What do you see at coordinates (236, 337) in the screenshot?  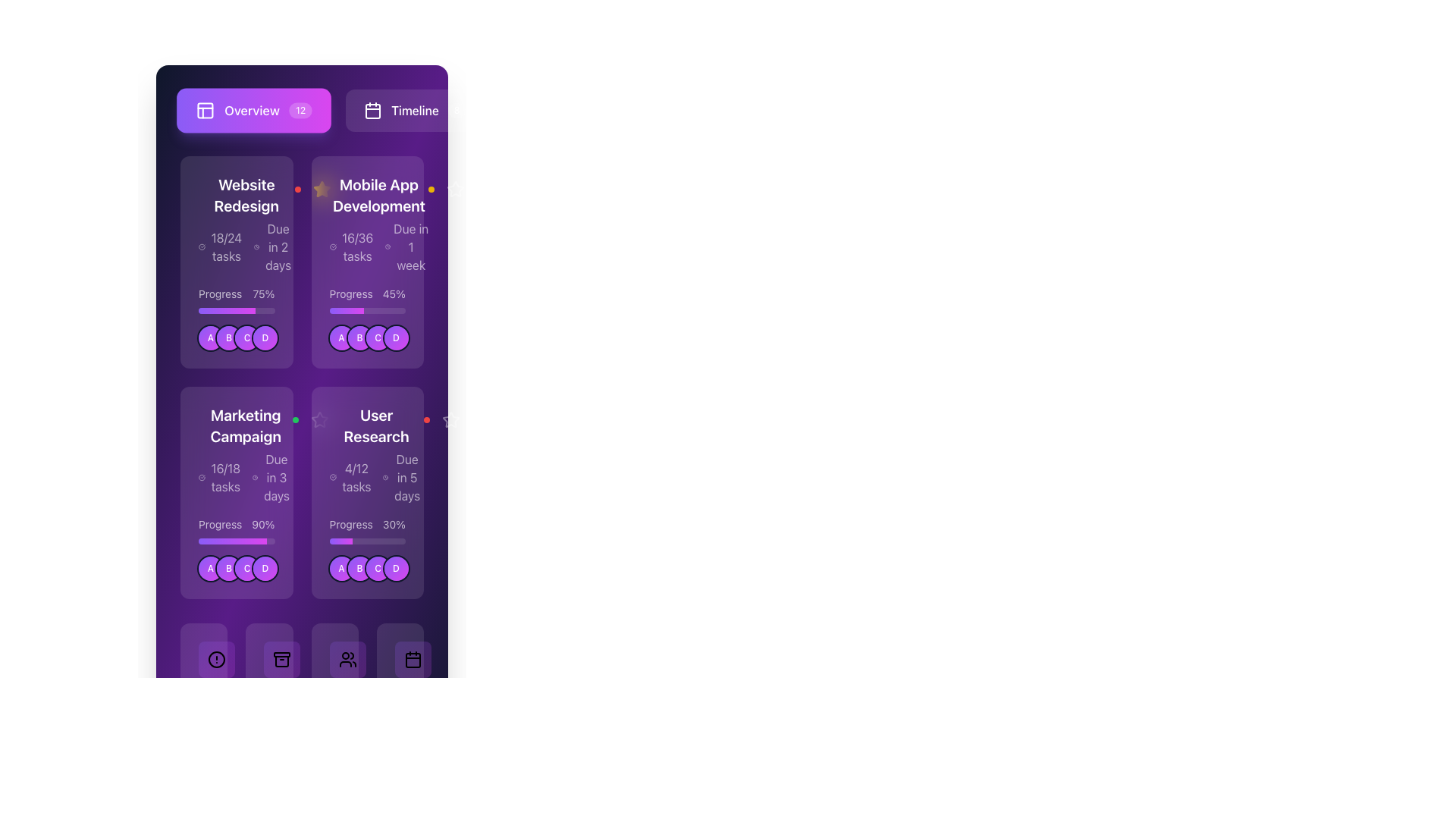 I see `the circular icon labeled 'A', 'B', 'C', or 'D' within the Icon group located` at bounding box center [236, 337].